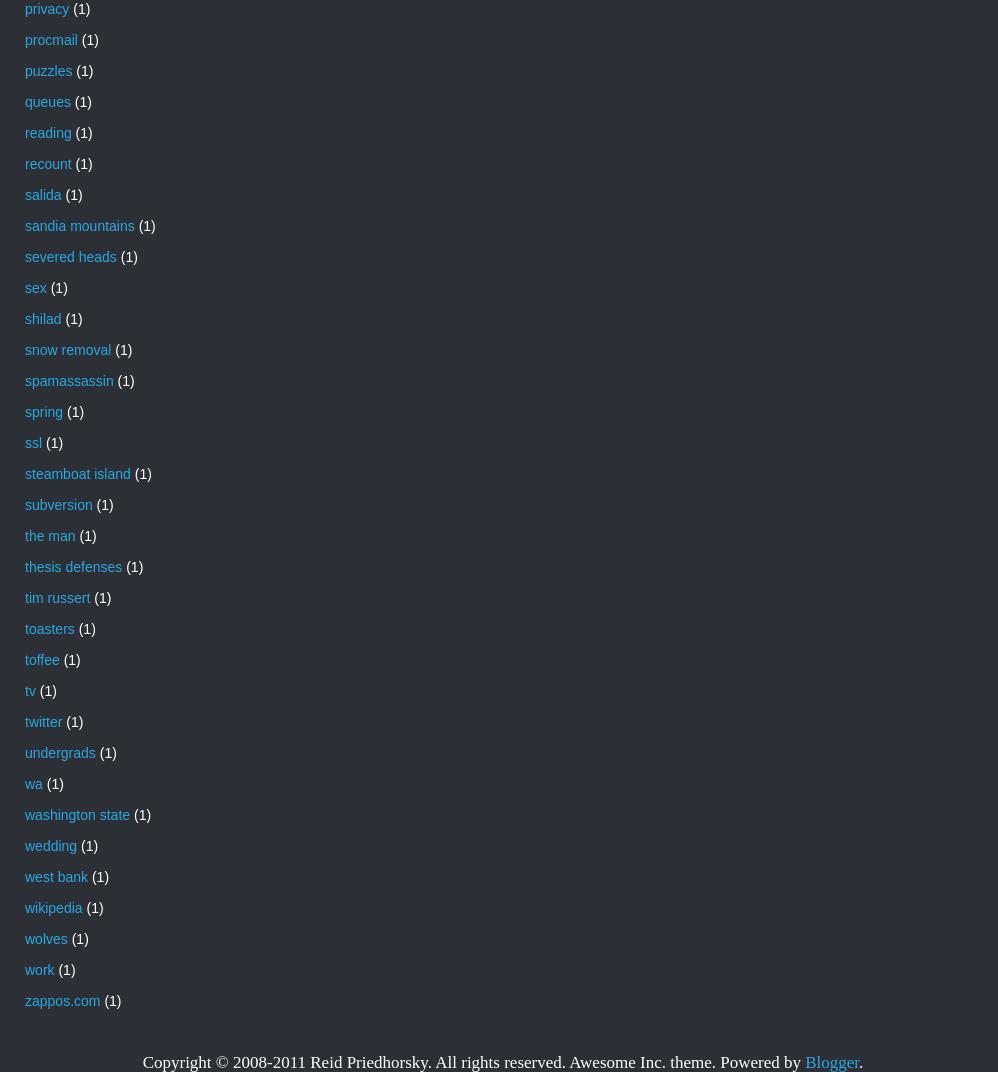  I want to click on 'washington state', so click(76, 812).